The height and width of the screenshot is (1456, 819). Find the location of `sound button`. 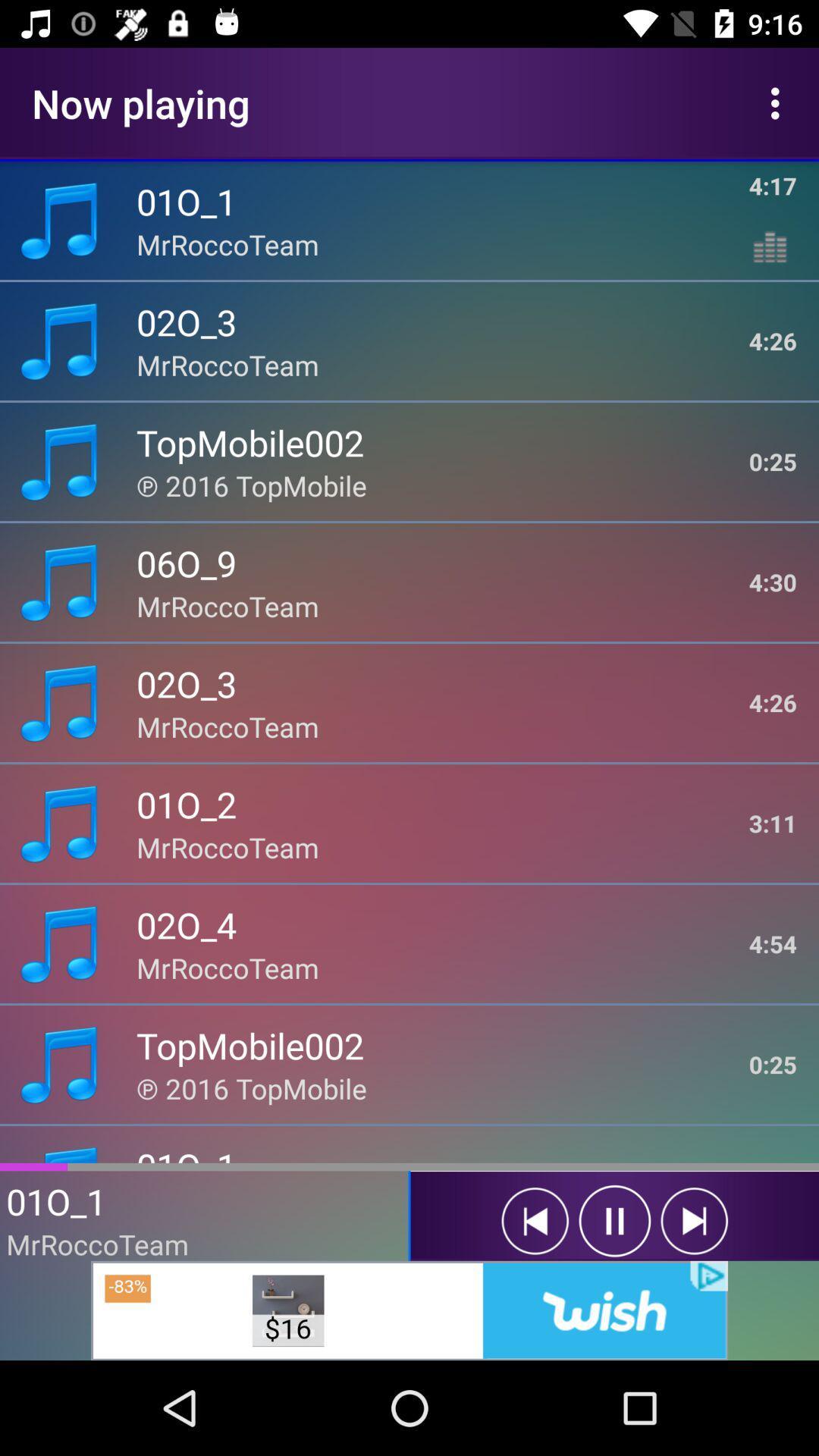

sound button is located at coordinates (534, 1221).